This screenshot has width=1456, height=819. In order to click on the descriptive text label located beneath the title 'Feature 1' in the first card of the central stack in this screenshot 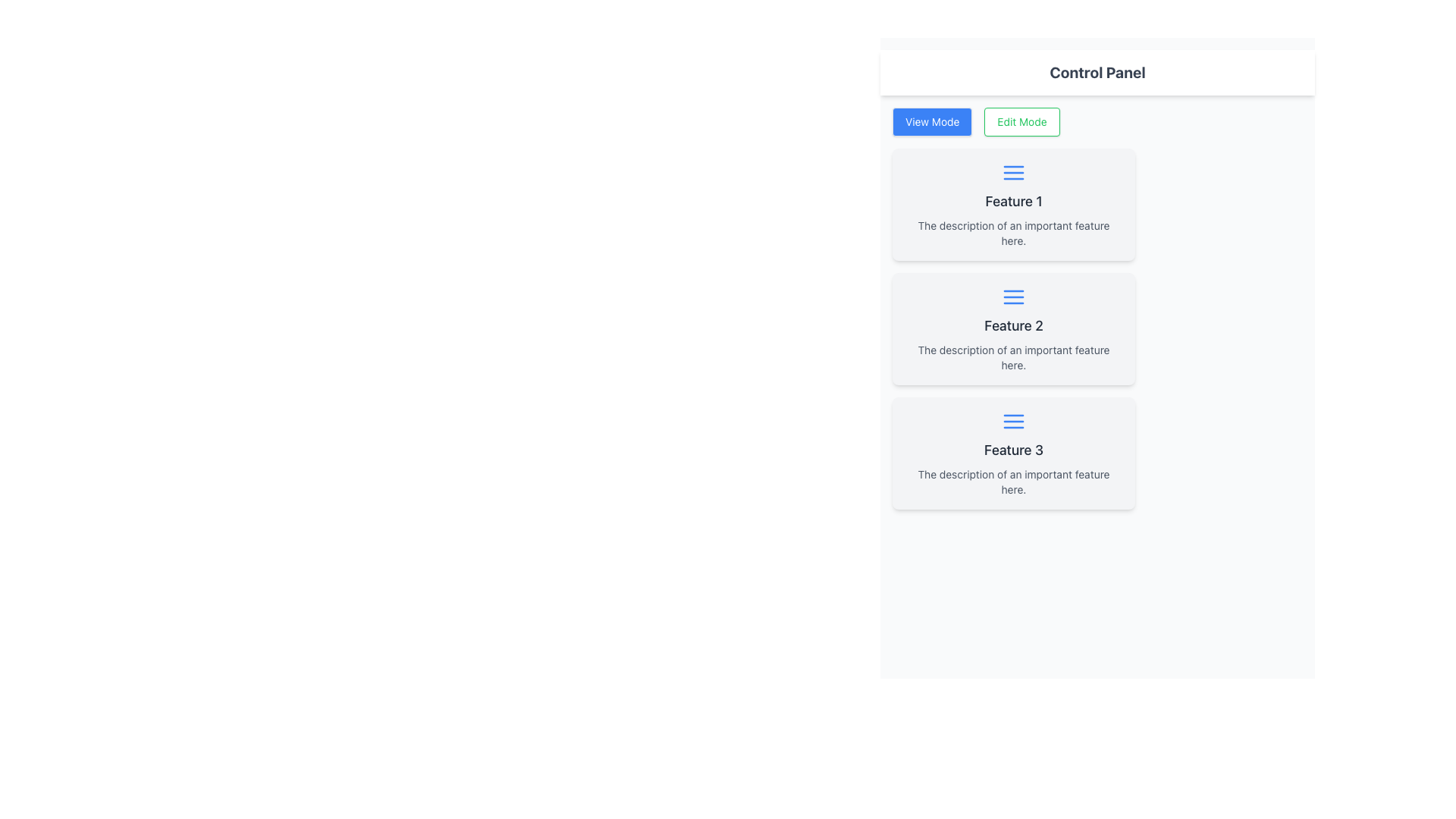, I will do `click(1014, 234)`.